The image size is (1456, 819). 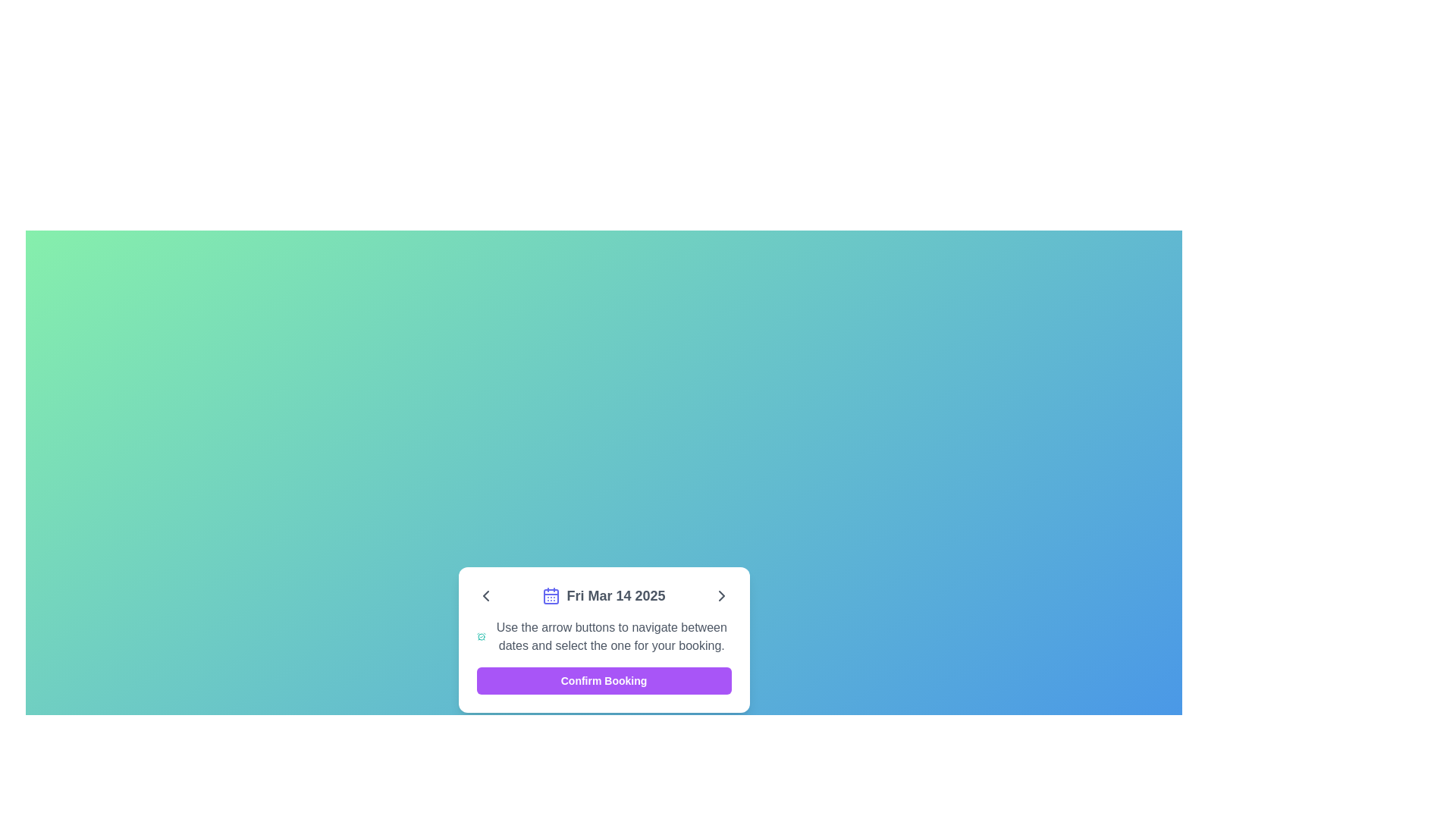 I want to click on the button located in the header section to the far right of 'Fri Mar 14 2025', so click(x=721, y=595).